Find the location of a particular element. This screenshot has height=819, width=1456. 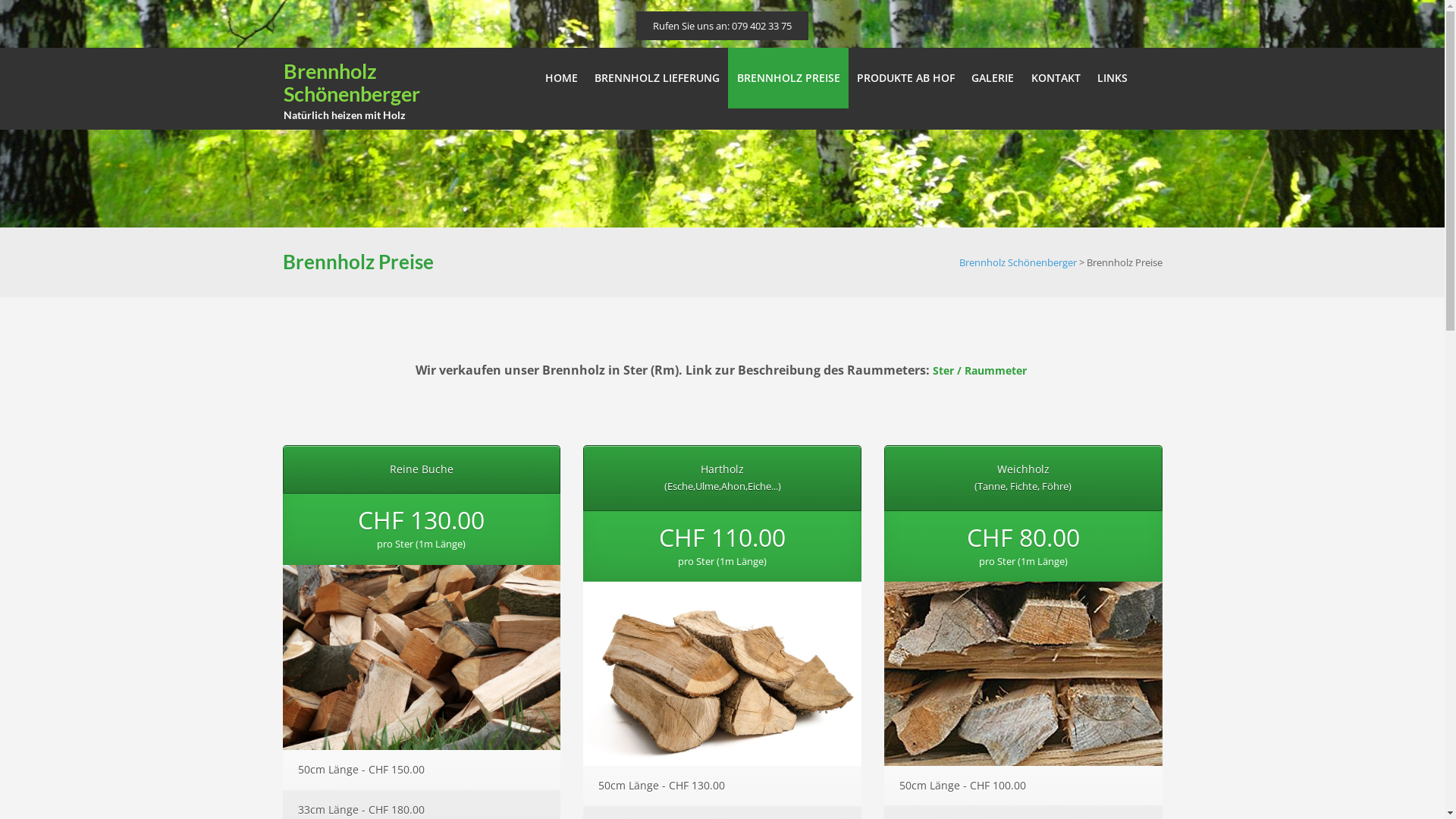

'HOME' is located at coordinates (560, 78).